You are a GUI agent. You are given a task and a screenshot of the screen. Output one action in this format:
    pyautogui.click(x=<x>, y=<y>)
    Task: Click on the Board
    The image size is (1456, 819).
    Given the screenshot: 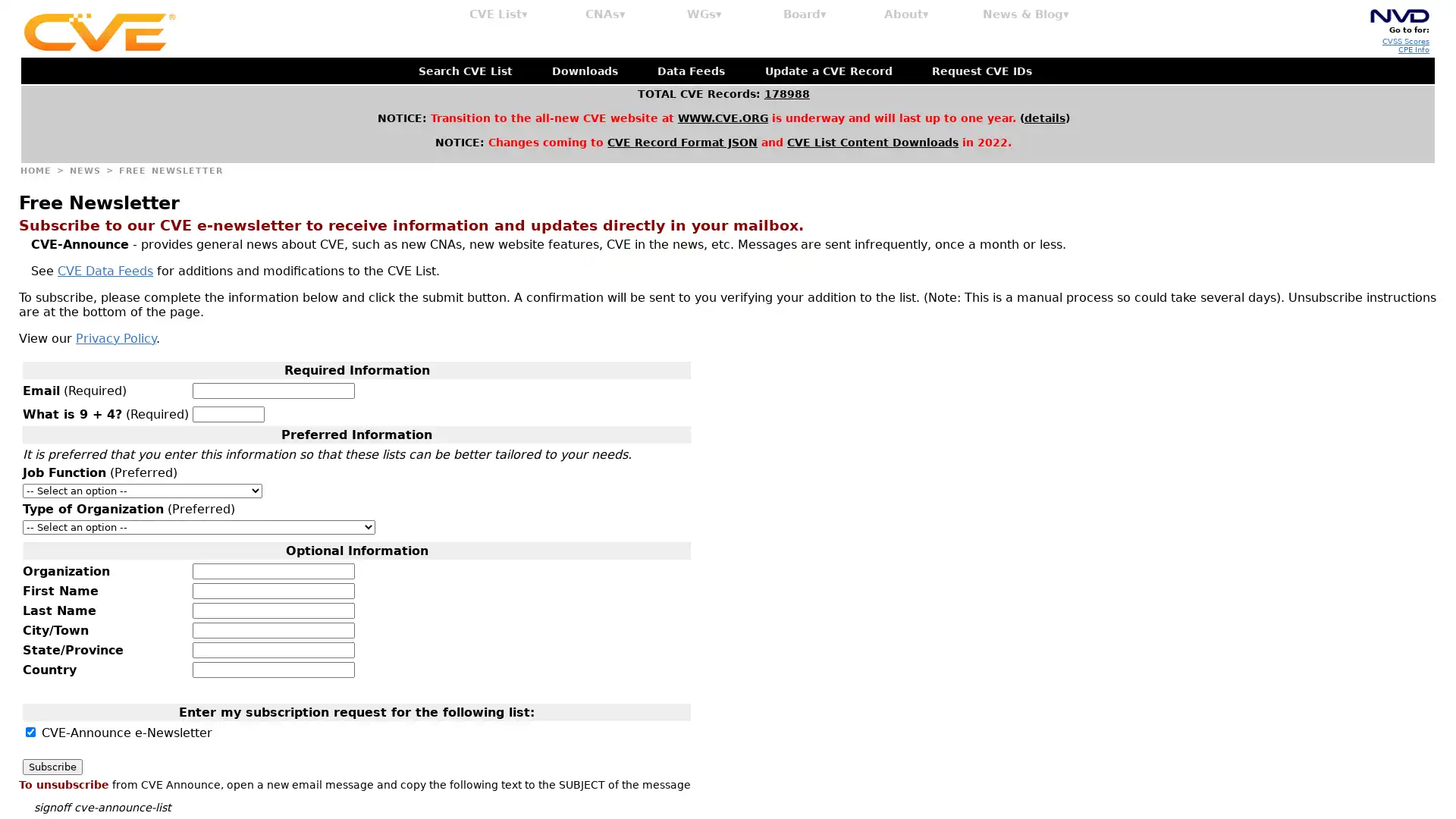 What is the action you would take?
    pyautogui.click(x=804, y=14)
    